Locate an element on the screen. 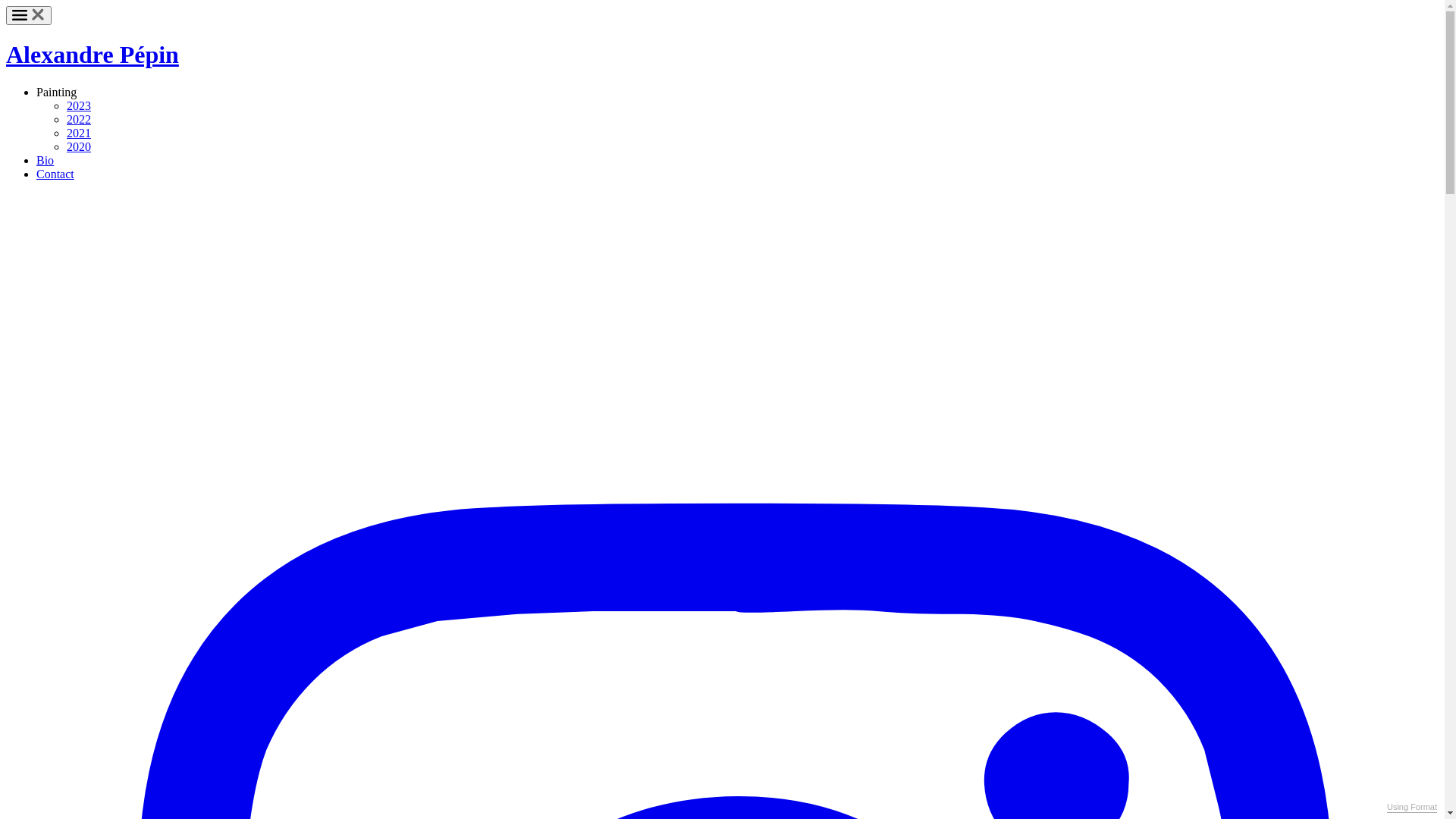 Image resolution: width=1456 pixels, height=819 pixels. '2021' is located at coordinates (78, 132).